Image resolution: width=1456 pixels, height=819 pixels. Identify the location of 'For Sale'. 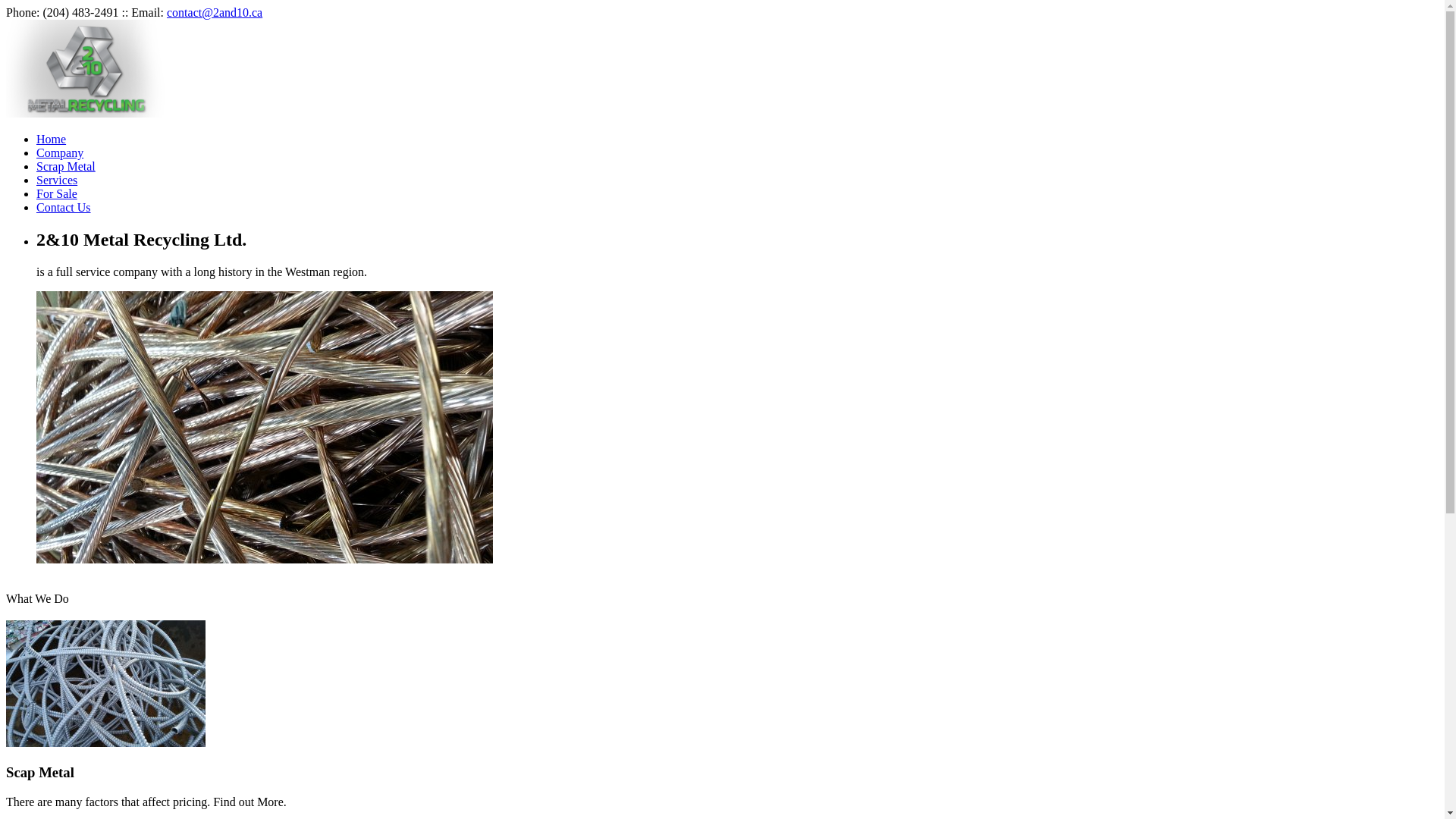
(36, 193).